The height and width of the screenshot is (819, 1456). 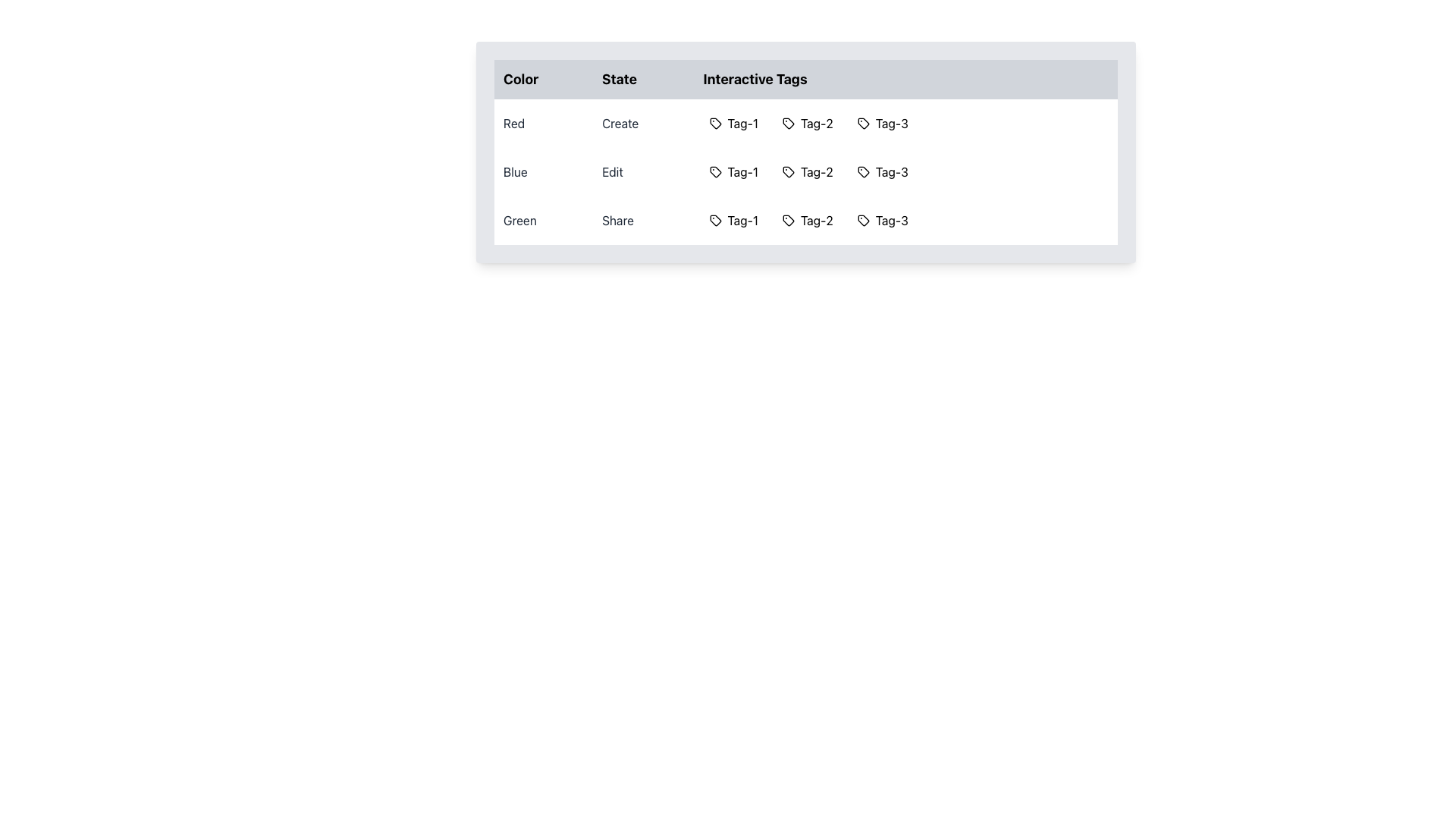 What do you see at coordinates (892, 171) in the screenshot?
I see `the 'Tag-3' label in the 'Interactive Tags' column, located in the third row of the table corresponding to the 'Edit' operation` at bounding box center [892, 171].